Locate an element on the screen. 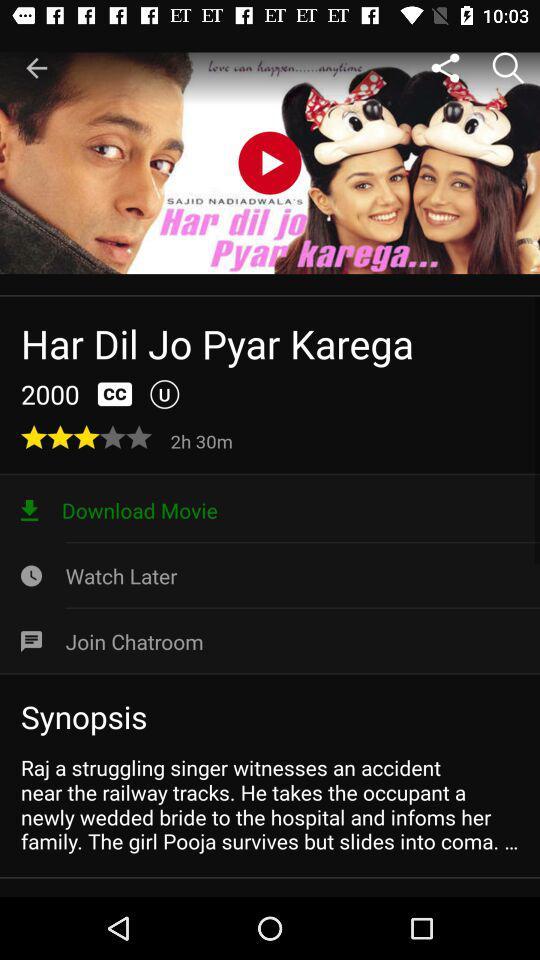 The image size is (540, 960). icon above the join chatroom icon is located at coordinates (270, 576).